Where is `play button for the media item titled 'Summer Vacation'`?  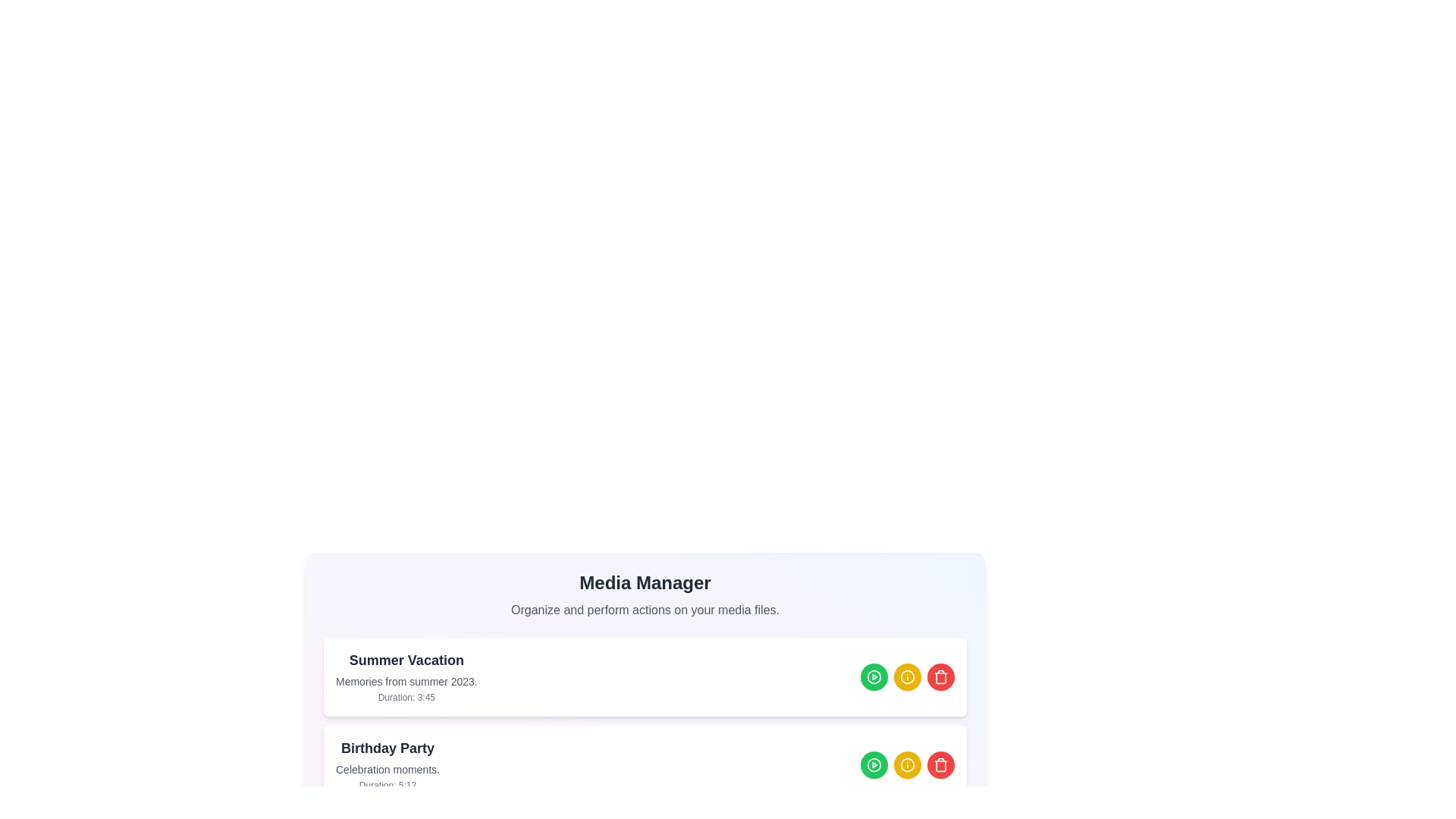
play button for the media item titled 'Summer Vacation' is located at coordinates (874, 676).